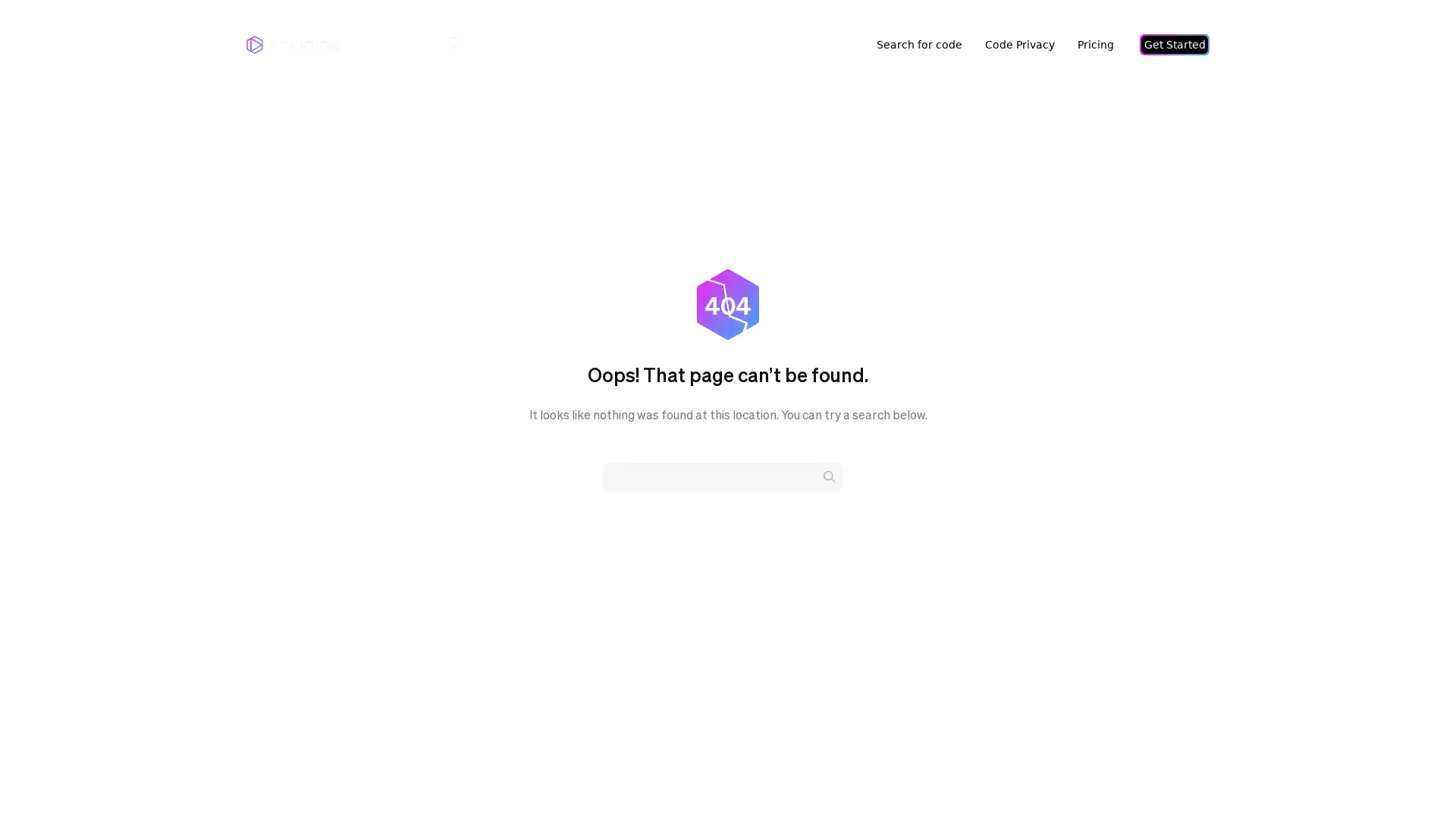 The image size is (1456, 819). I want to click on Open, so click(1410, 778).